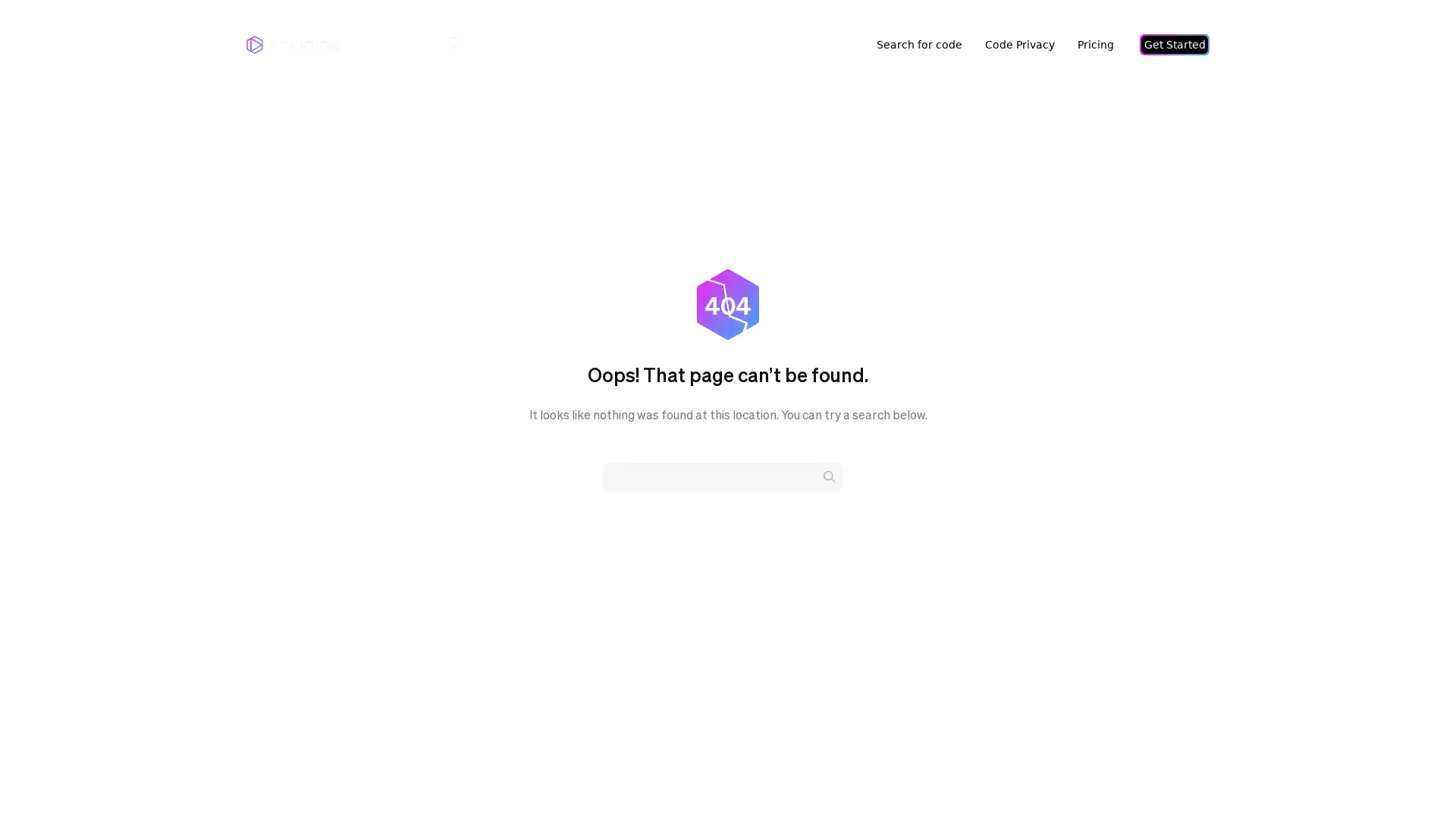 The image size is (1456, 819). I want to click on Open, so click(1410, 778).